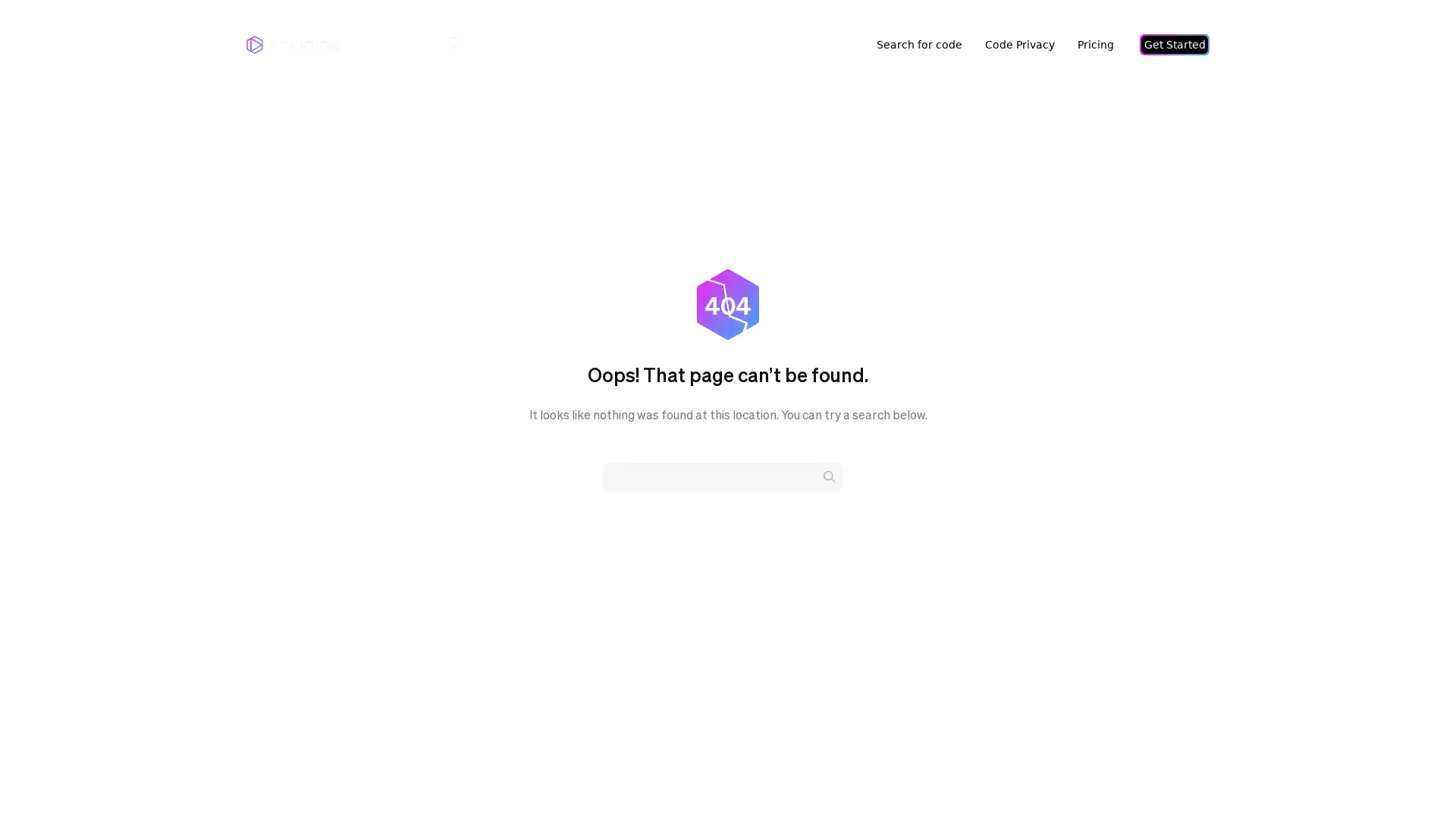 The image size is (1456, 819). I want to click on Open, so click(1410, 778).